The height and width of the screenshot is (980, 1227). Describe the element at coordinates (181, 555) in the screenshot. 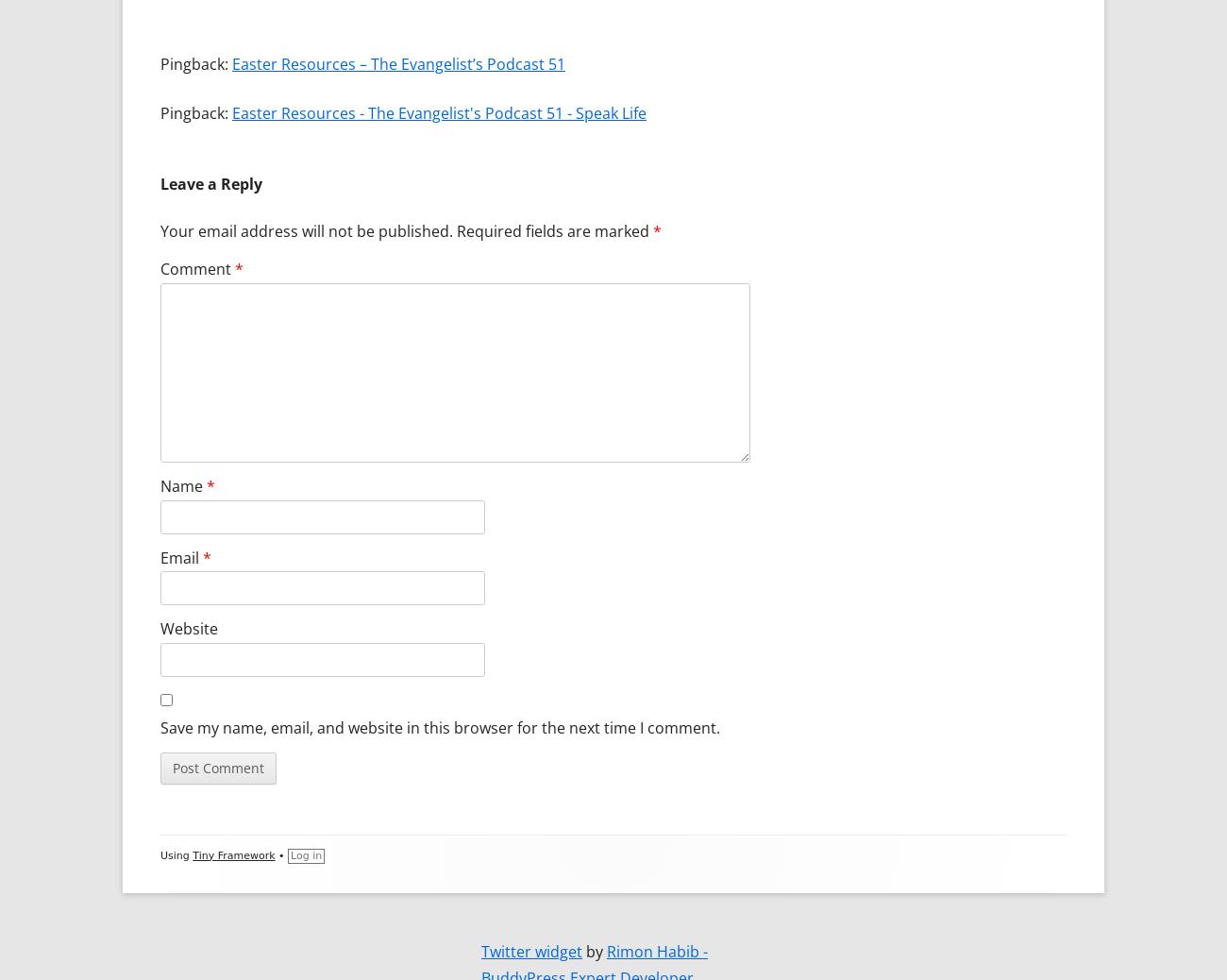

I see `'Email'` at that location.